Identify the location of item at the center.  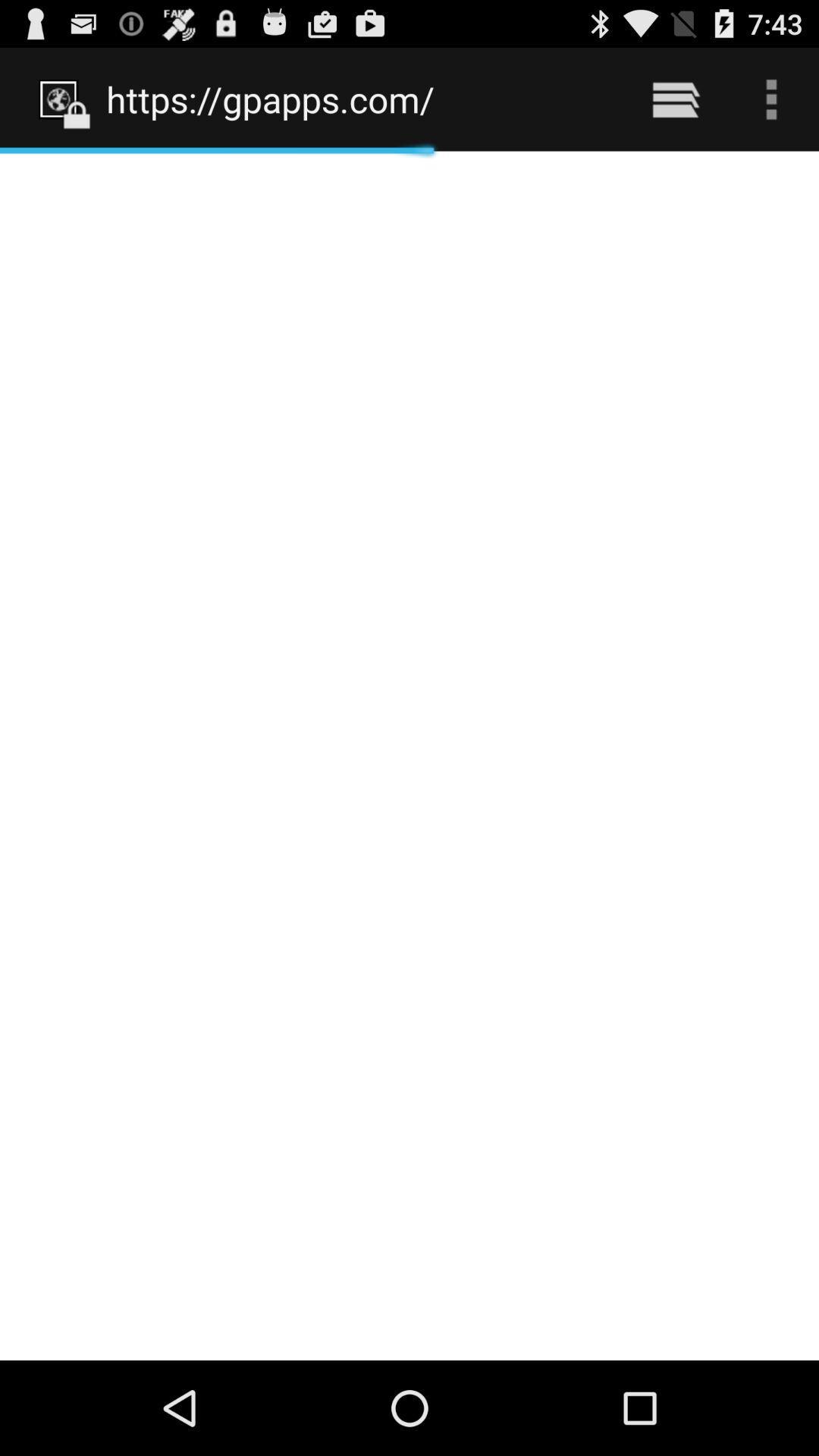
(409, 755).